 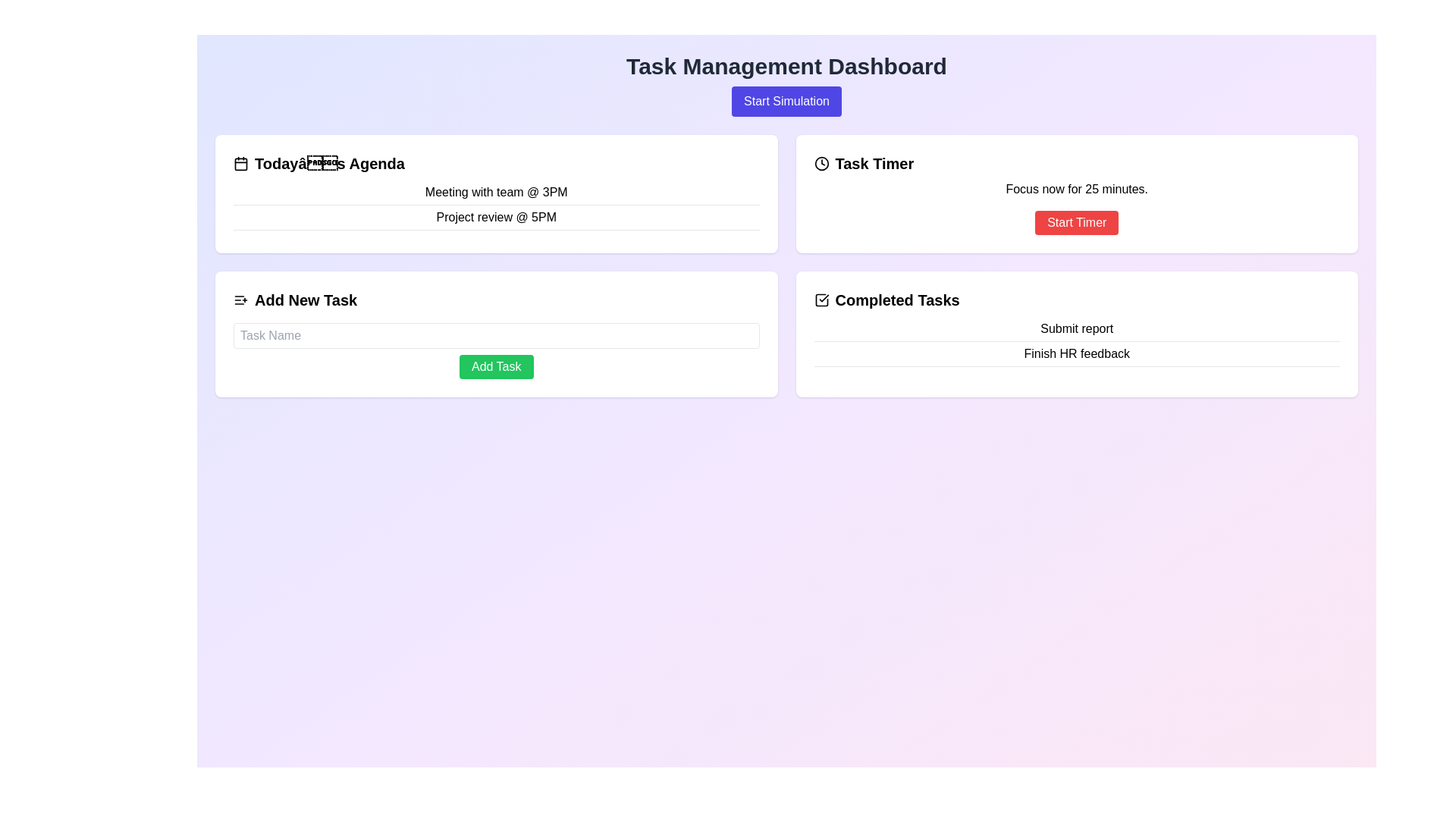 What do you see at coordinates (496, 335) in the screenshot?
I see `the text input field for entering a new task name located in the 'Add New Task' box by pressing Tab` at bounding box center [496, 335].